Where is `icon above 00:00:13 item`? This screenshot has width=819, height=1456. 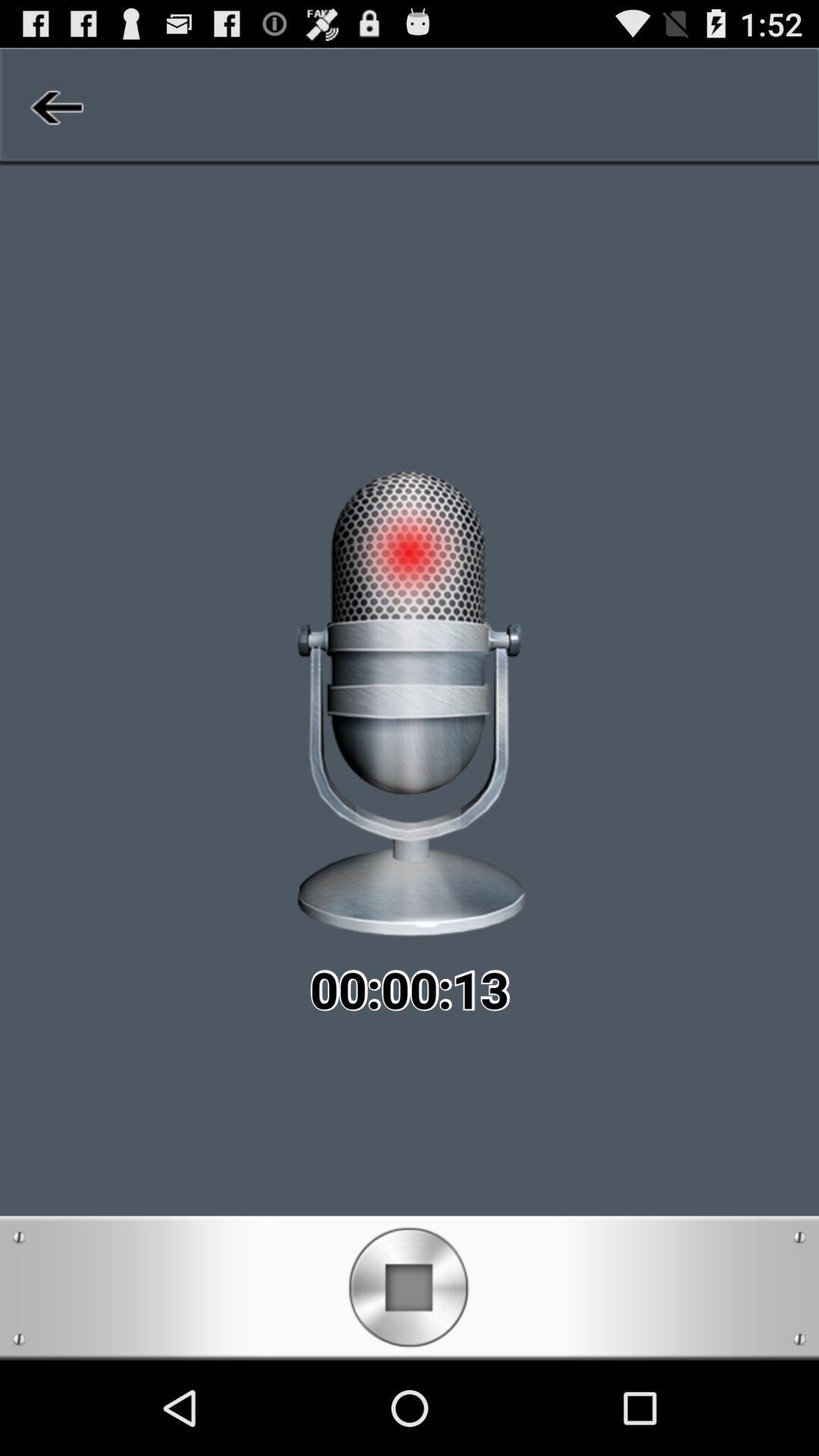
icon above 00:00:13 item is located at coordinates (54, 106).